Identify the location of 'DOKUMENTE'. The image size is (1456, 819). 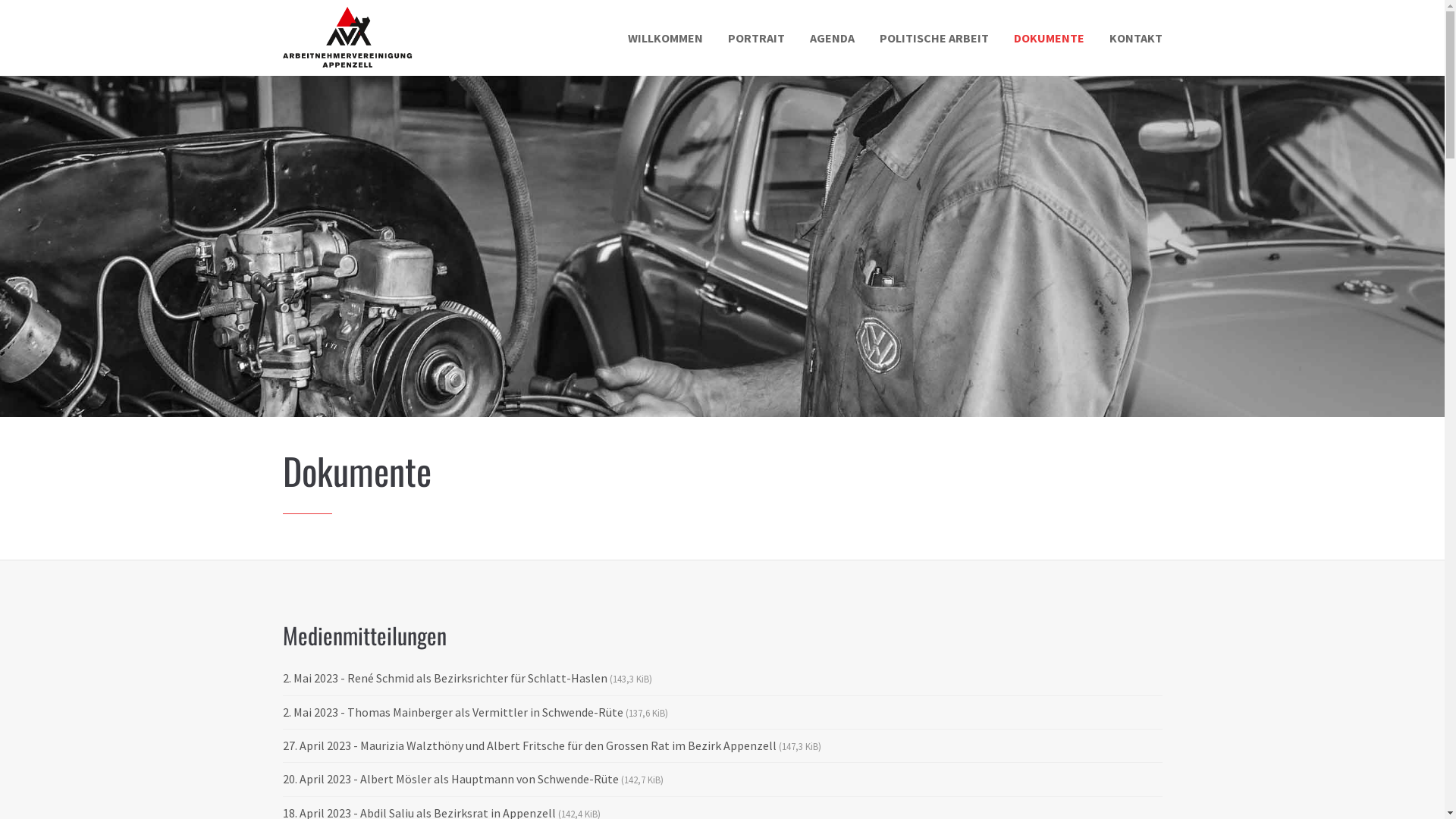
(1047, 37).